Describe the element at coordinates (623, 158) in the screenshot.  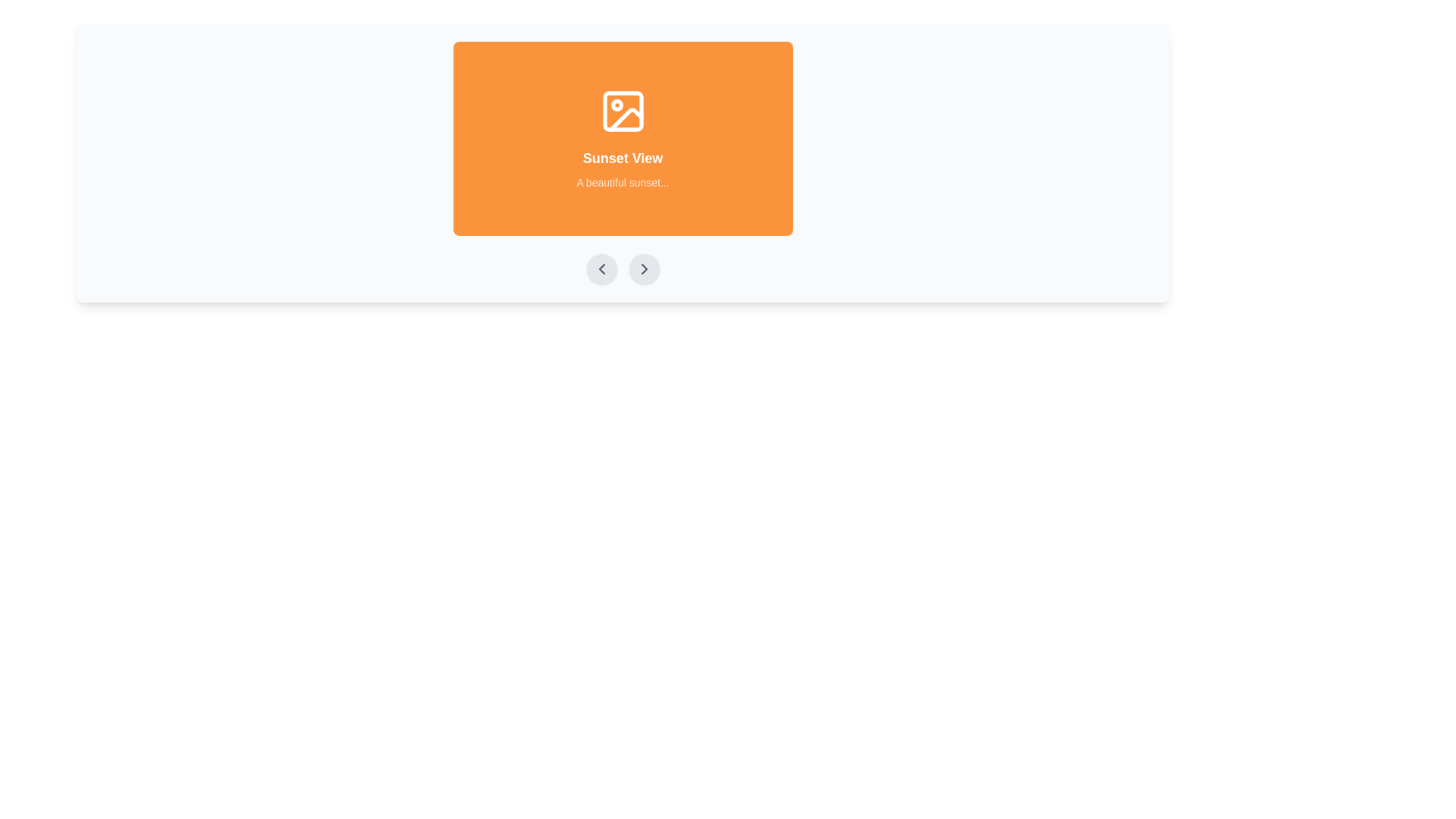
I see `the bold, large-sized text label "Sunset View" with a prominent white font color on an orange background, located below an icon representing an image` at that location.